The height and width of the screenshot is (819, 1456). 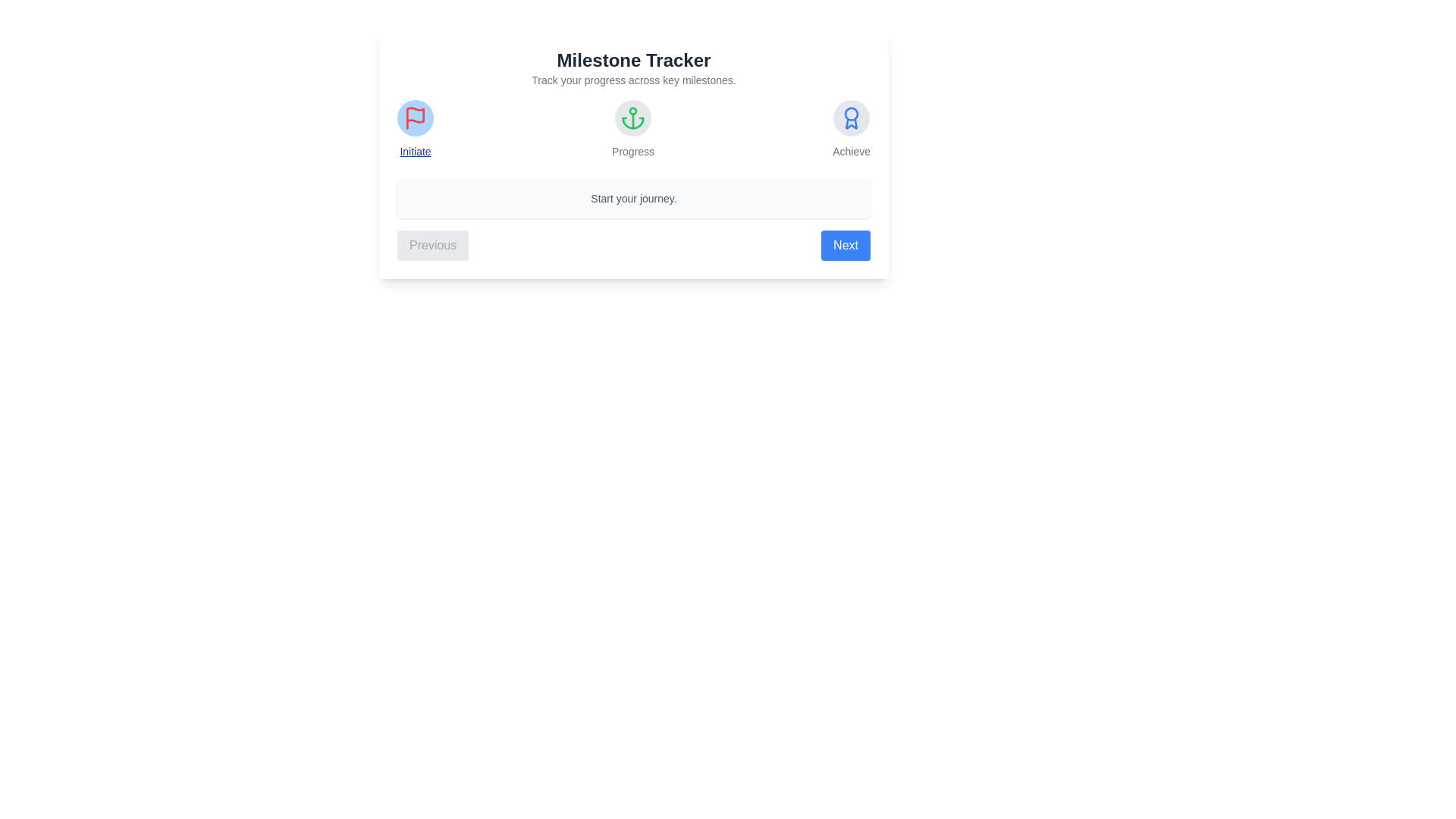 I want to click on the milestone icon for Progress, so click(x=633, y=117).